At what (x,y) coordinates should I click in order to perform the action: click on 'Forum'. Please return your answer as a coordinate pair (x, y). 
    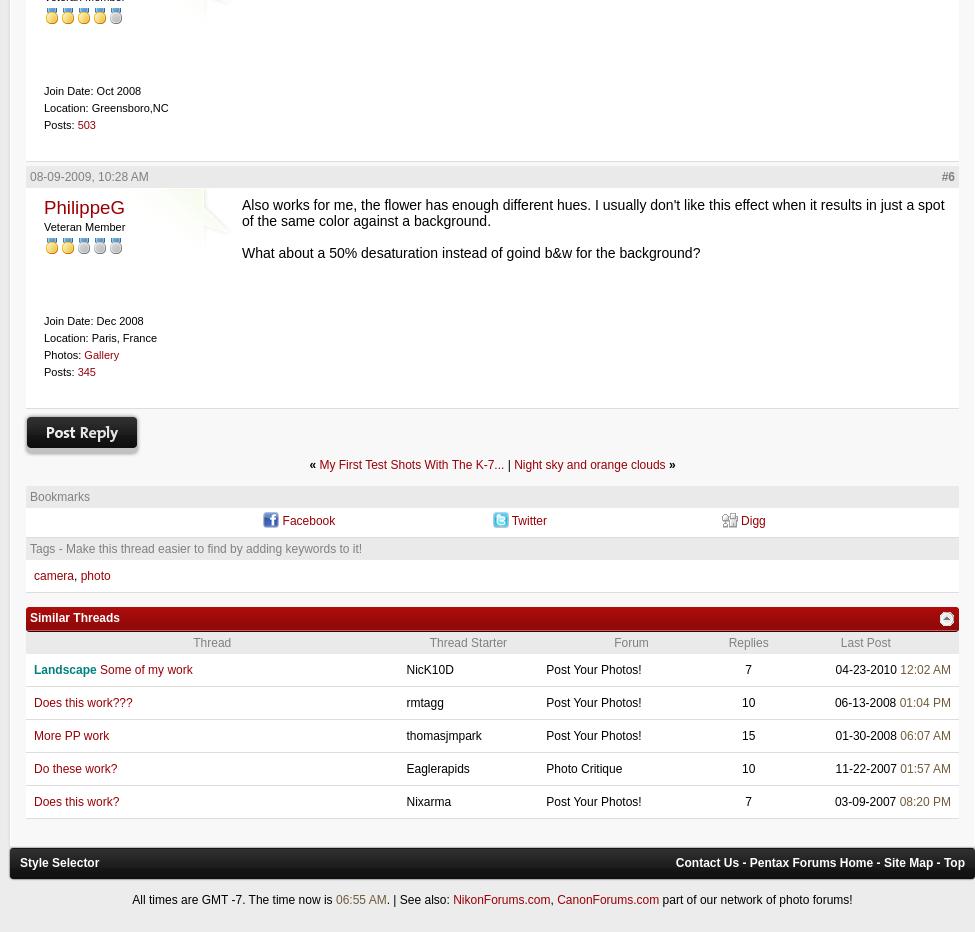
    Looking at the image, I should click on (631, 642).